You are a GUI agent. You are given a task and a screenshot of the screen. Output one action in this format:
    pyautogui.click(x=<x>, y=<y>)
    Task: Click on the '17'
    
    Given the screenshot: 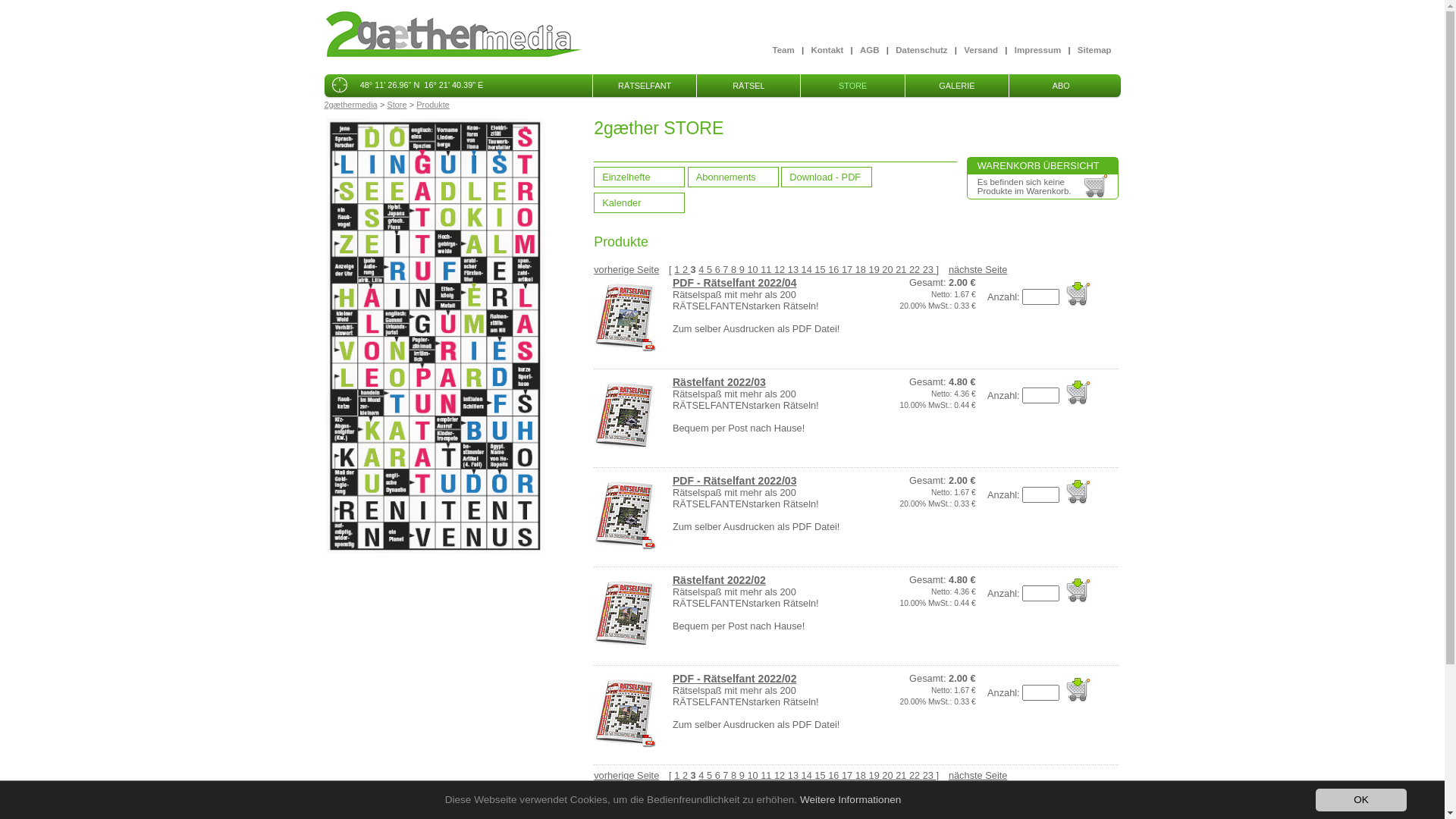 What is the action you would take?
    pyautogui.click(x=847, y=775)
    